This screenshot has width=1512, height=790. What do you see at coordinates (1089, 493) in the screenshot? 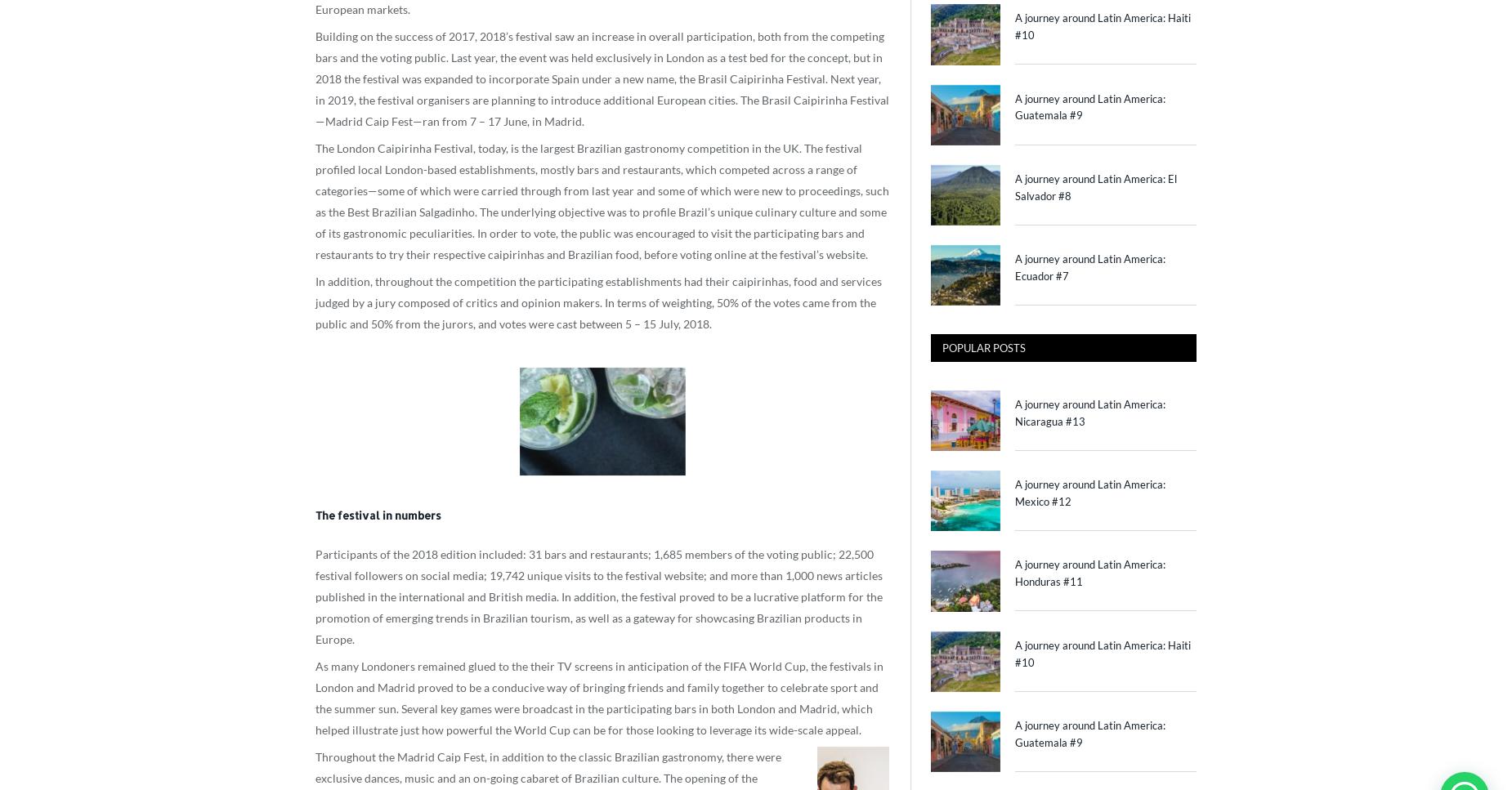
I see `'A journey around Latin America: Mexico #12'` at bounding box center [1089, 493].